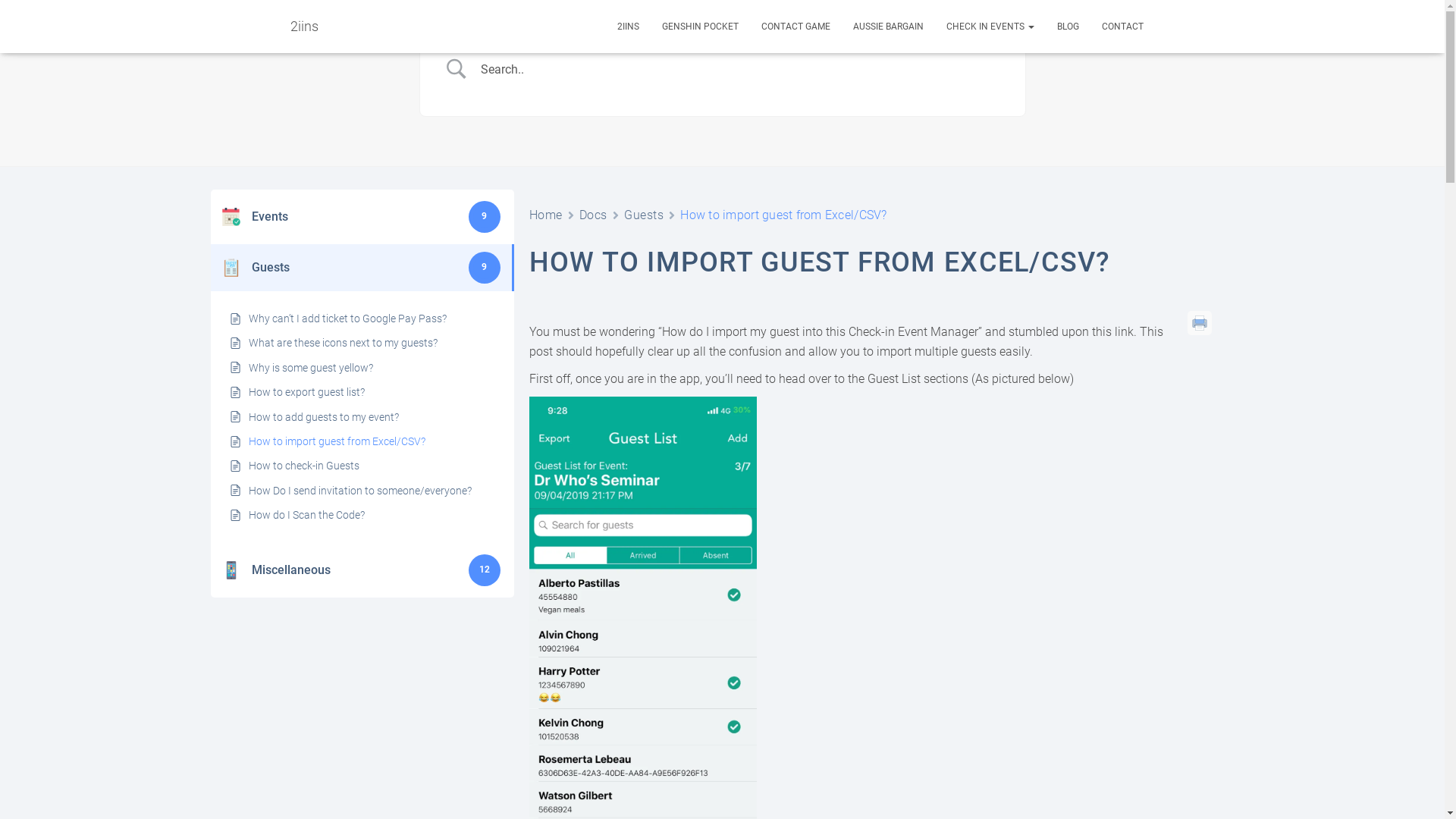 The width and height of the screenshot is (1456, 819). I want to click on 'How do I Scan the Code?', so click(306, 513).